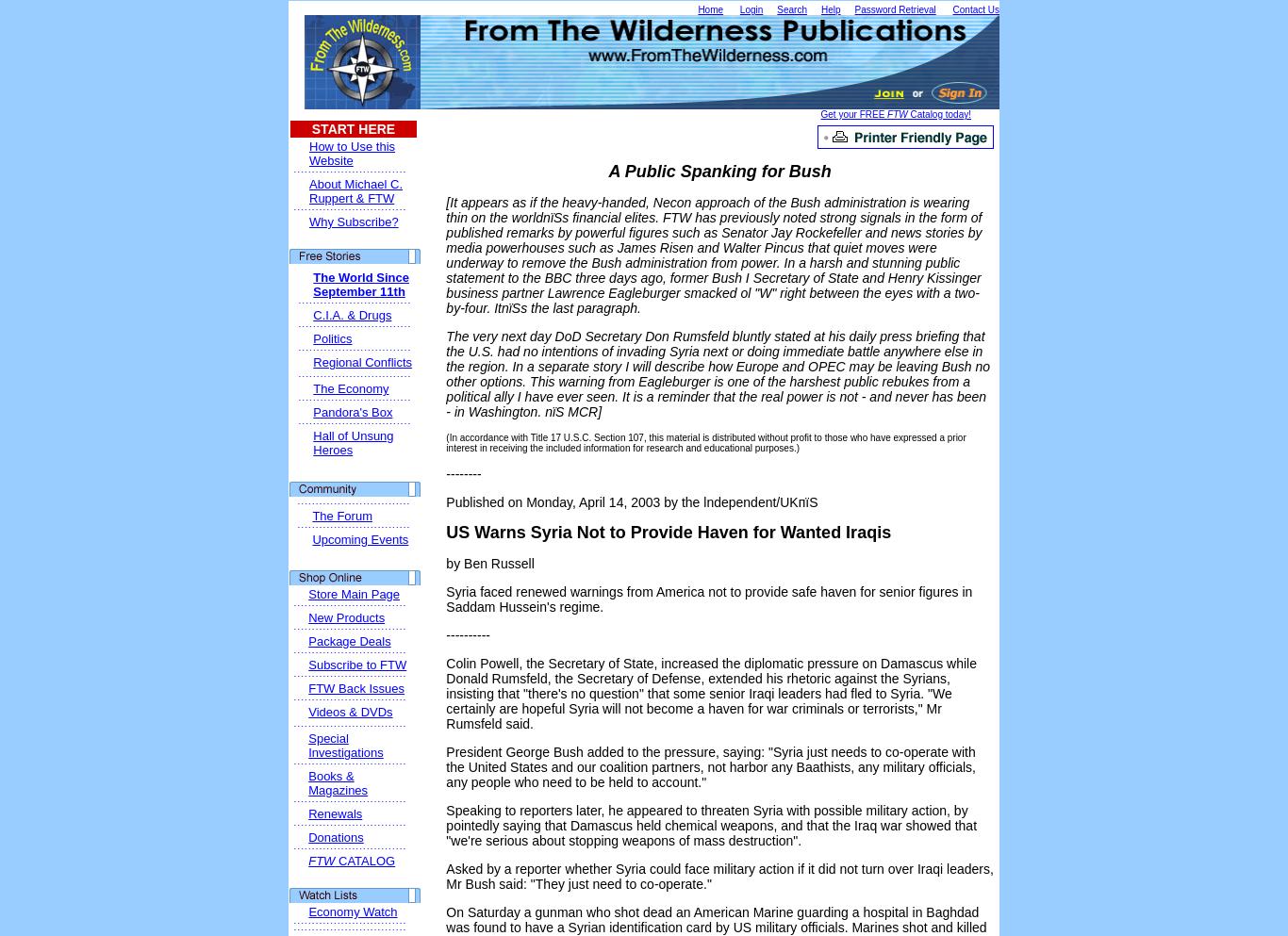  What do you see at coordinates (624, 202) in the screenshot?
I see `'handed,'` at bounding box center [624, 202].